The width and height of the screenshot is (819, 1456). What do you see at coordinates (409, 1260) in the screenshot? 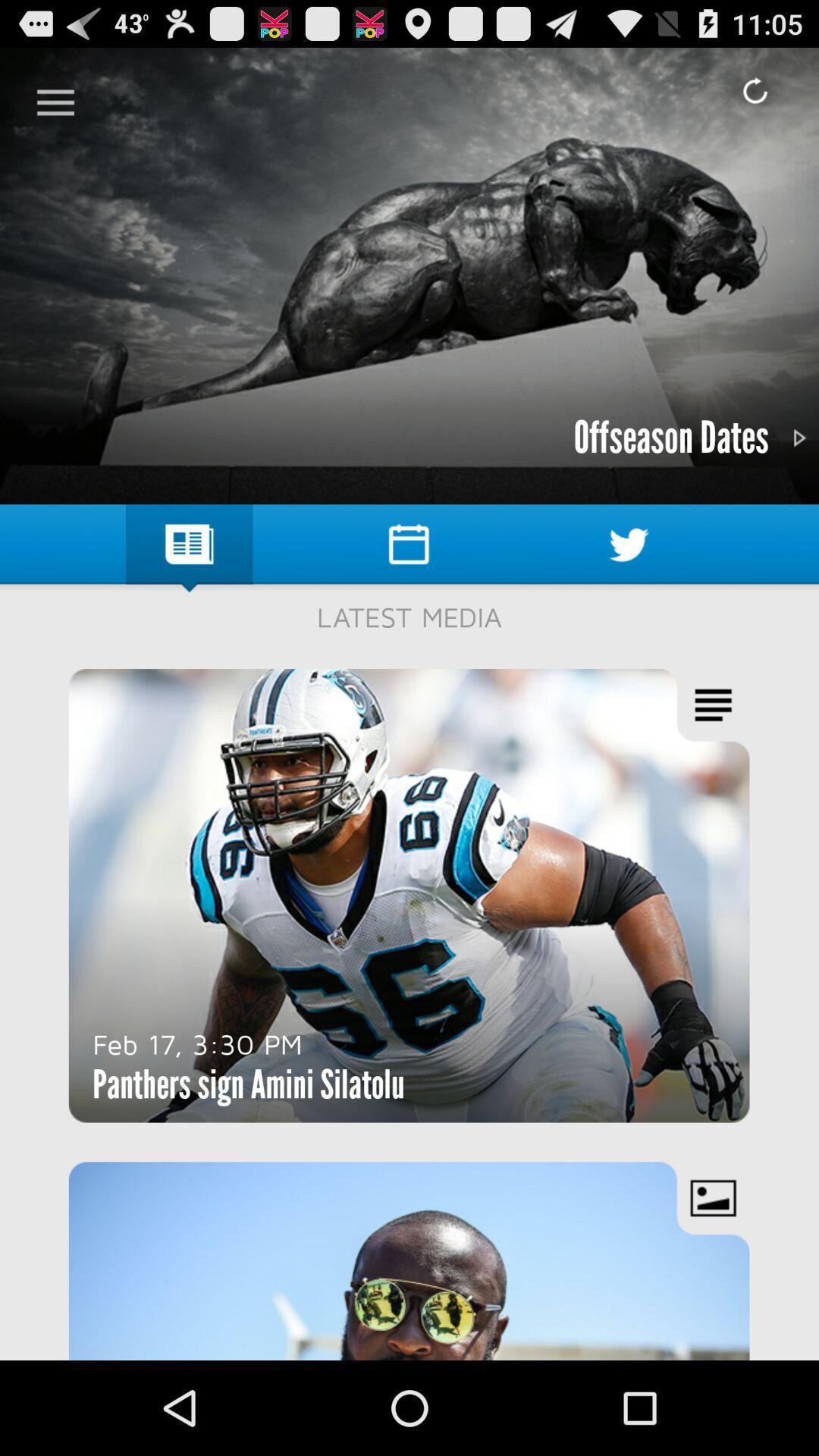
I see `the third image` at bounding box center [409, 1260].